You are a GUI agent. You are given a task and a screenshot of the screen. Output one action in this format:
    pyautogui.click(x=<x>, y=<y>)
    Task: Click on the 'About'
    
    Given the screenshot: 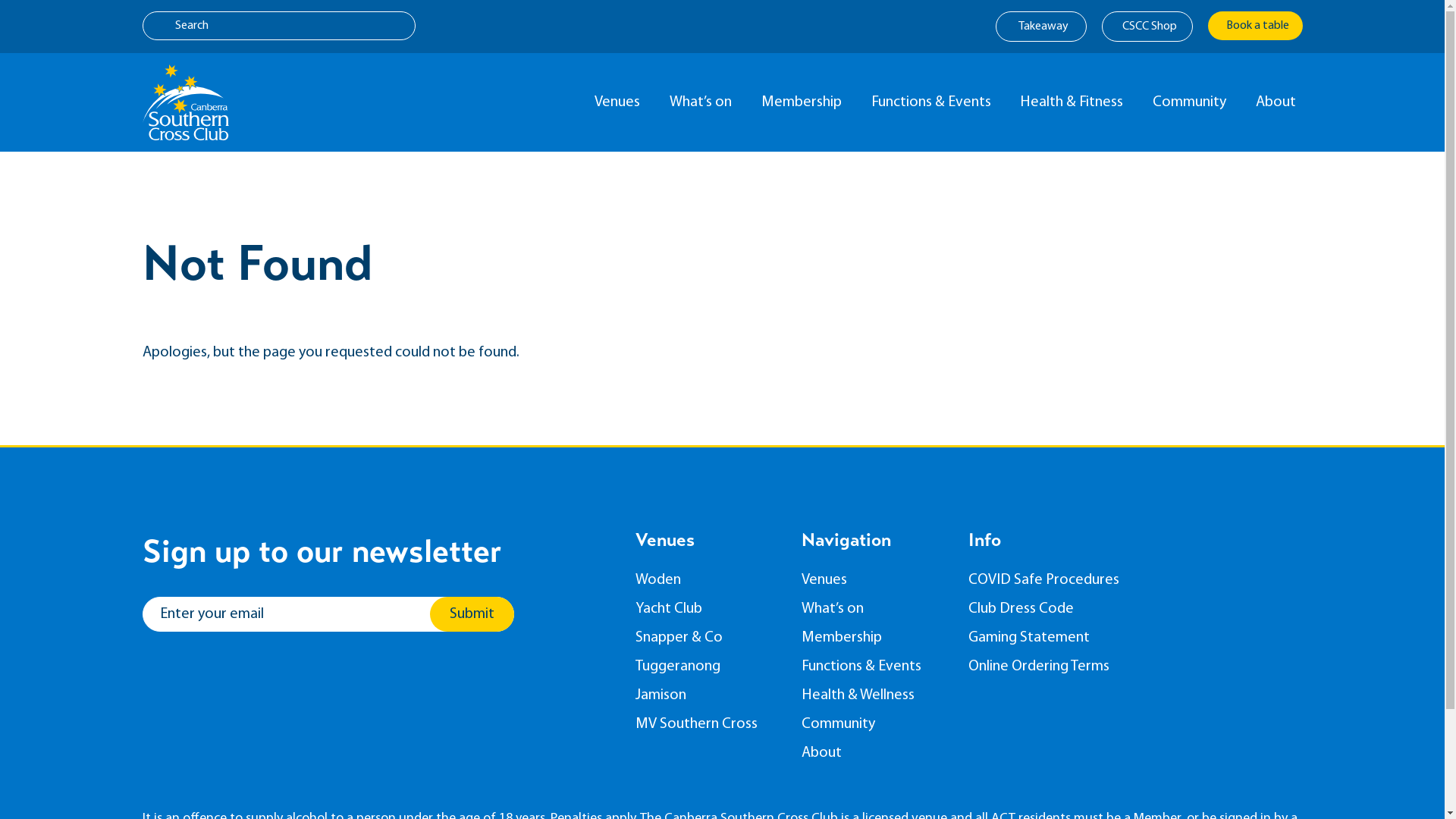 What is the action you would take?
    pyautogui.click(x=1278, y=102)
    